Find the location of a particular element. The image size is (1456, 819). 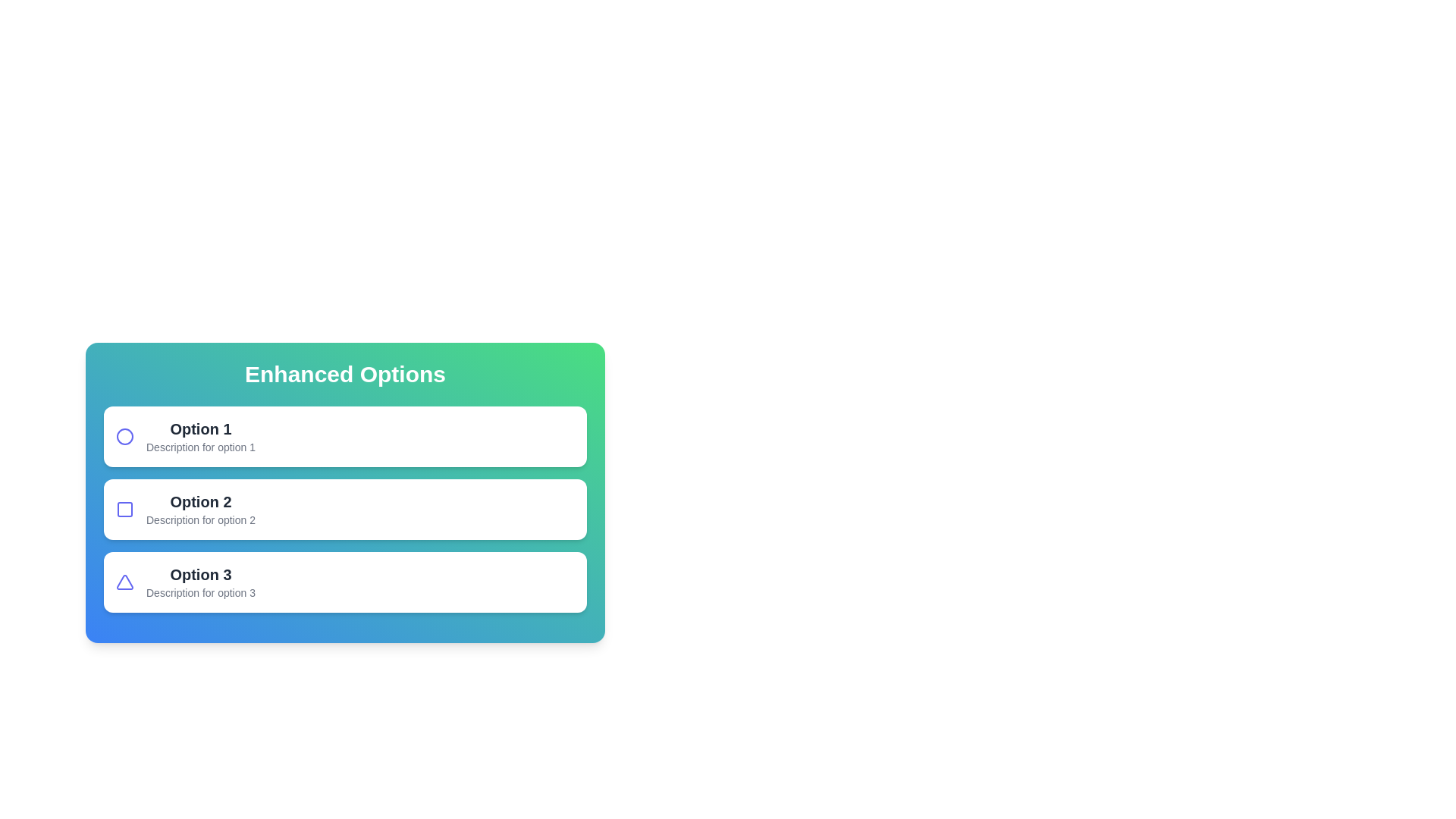

the 'Option 3' text block is located at coordinates (199, 581).